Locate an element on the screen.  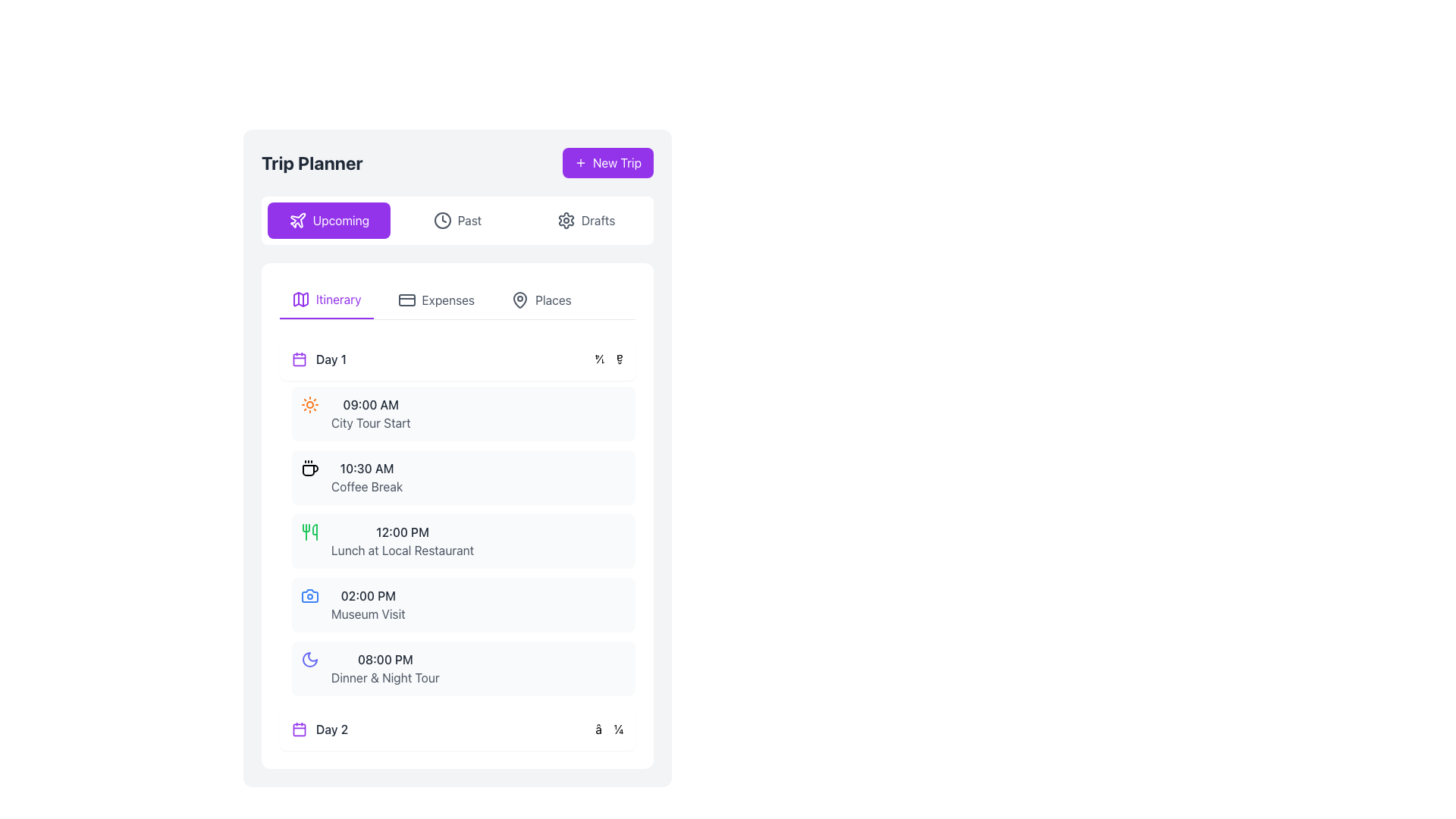
the fourth entry in the itinerary list labeled 'Museum Visit' that displays the time '02:00 PM' and is the bottom-most visible entry under 'Day 1' is located at coordinates (368, 604).